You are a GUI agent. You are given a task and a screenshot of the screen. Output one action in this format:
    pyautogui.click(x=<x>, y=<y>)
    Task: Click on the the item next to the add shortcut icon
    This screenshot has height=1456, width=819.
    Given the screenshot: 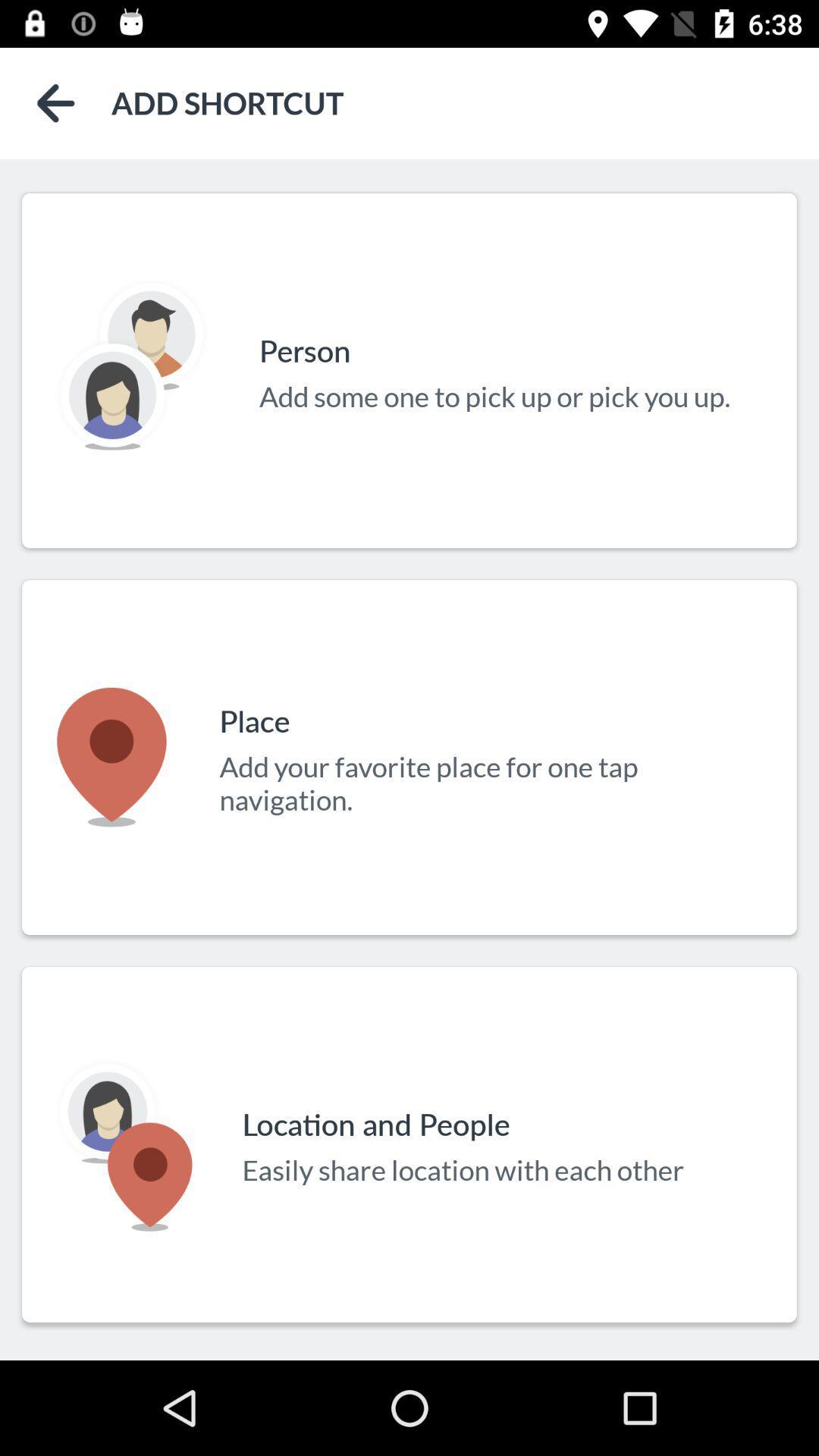 What is the action you would take?
    pyautogui.click(x=55, y=102)
    